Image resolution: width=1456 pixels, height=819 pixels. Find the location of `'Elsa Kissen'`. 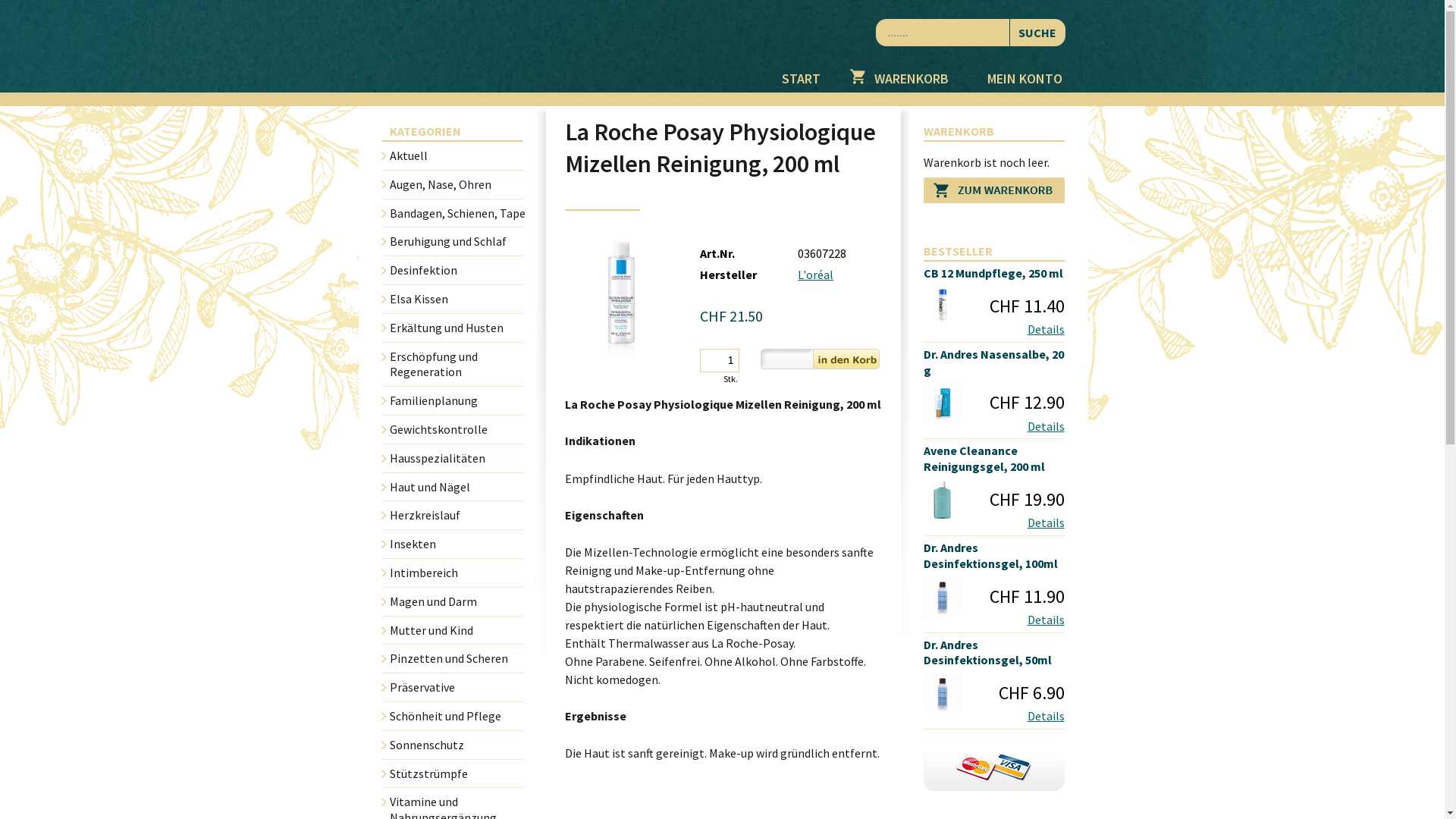

'Elsa Kissen' is located at coordinates (455, 299).